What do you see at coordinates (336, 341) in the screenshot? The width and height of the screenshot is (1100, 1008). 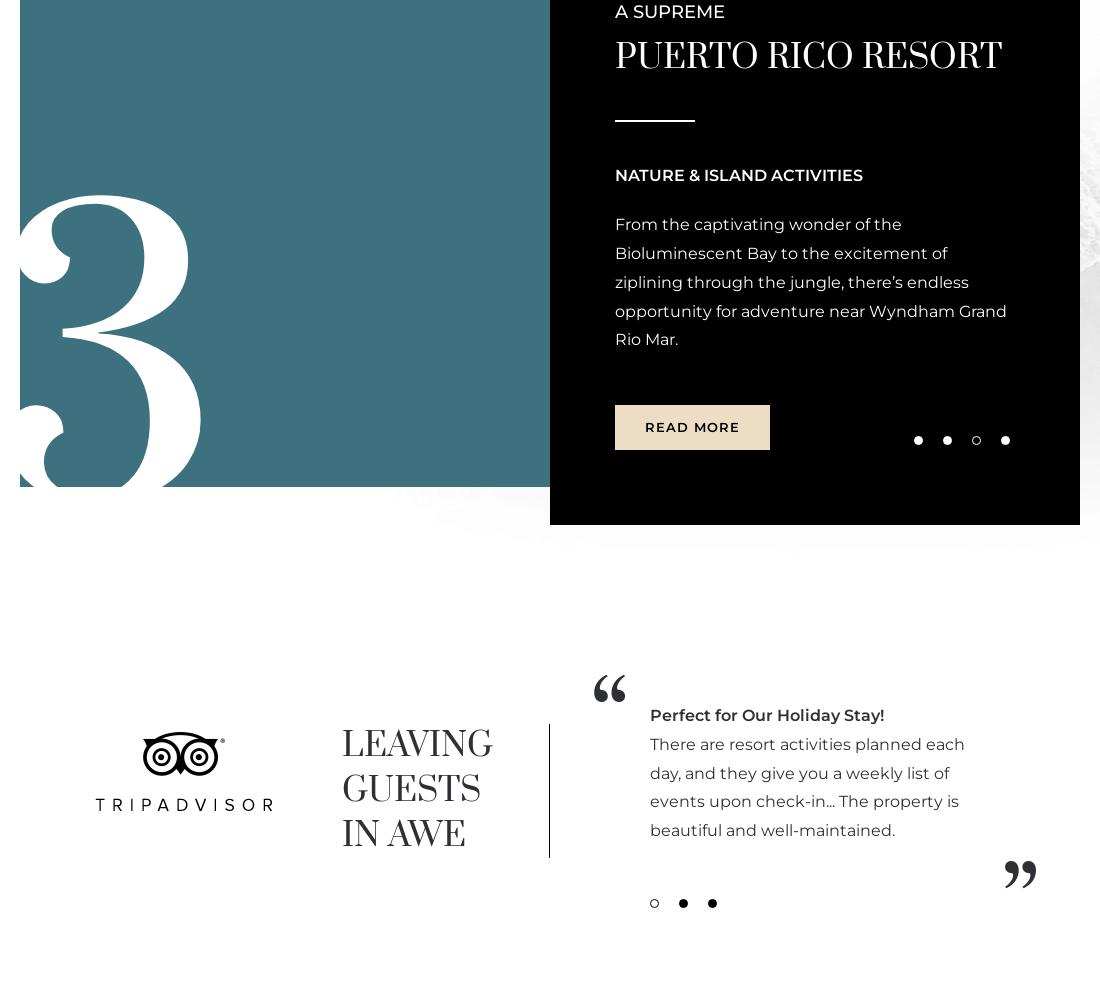 I see `'FAQ'` at bounding box center [336, 341].